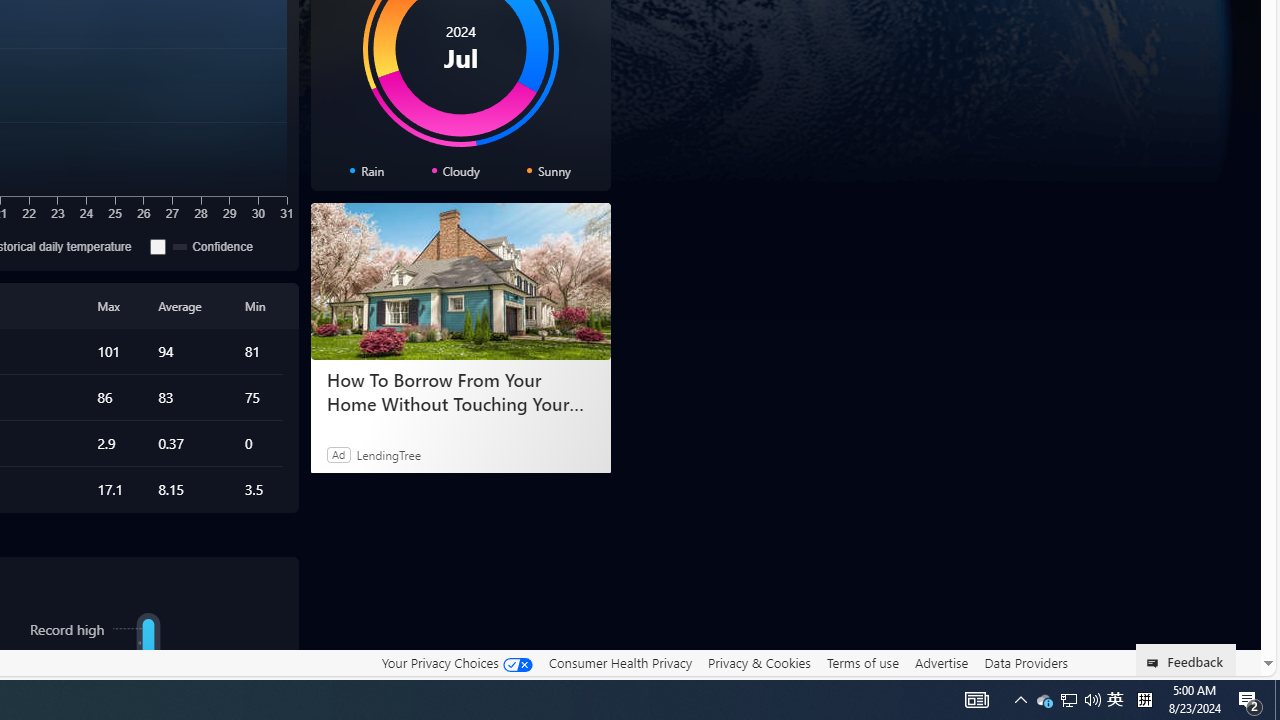 This screenshot has height=720, width=1280. What do you see at coordinates (455, 663) in the screenshot?
I see `'Your Privacy Choices'` at bounding box center [455, 663].